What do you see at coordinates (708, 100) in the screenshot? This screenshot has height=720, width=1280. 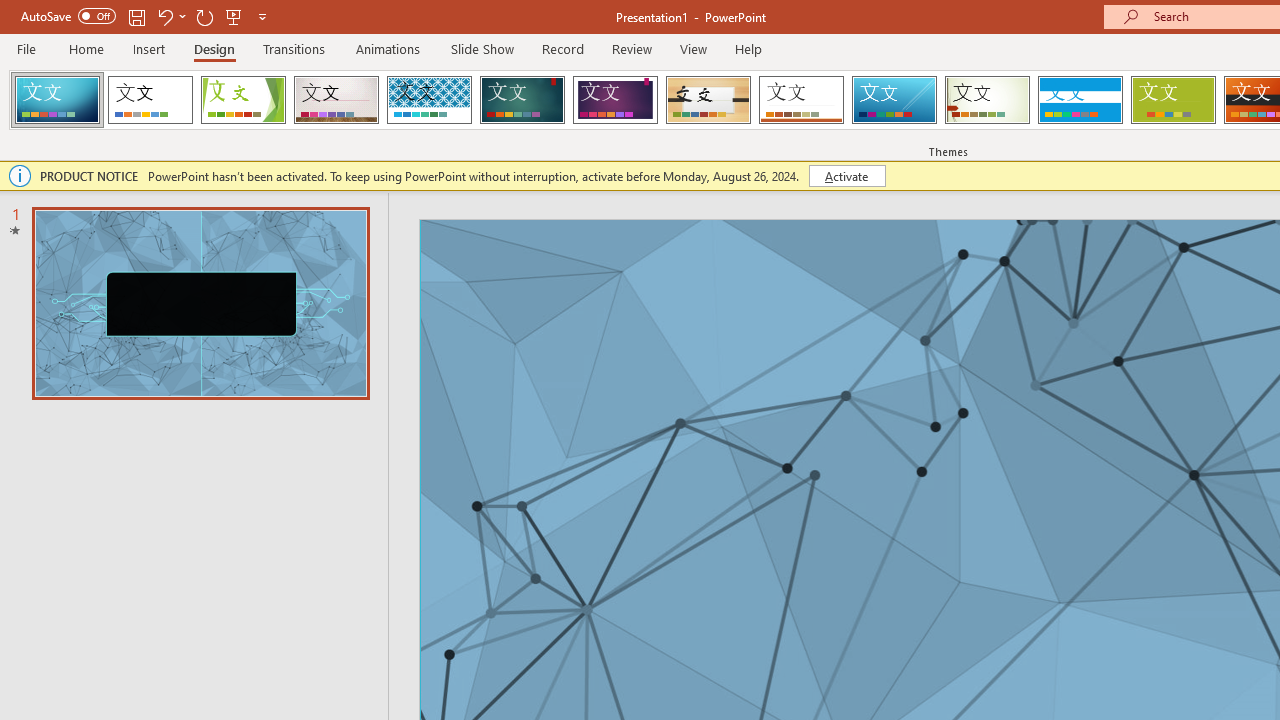 I see `'Organic'` at bounding box center [708, 100].